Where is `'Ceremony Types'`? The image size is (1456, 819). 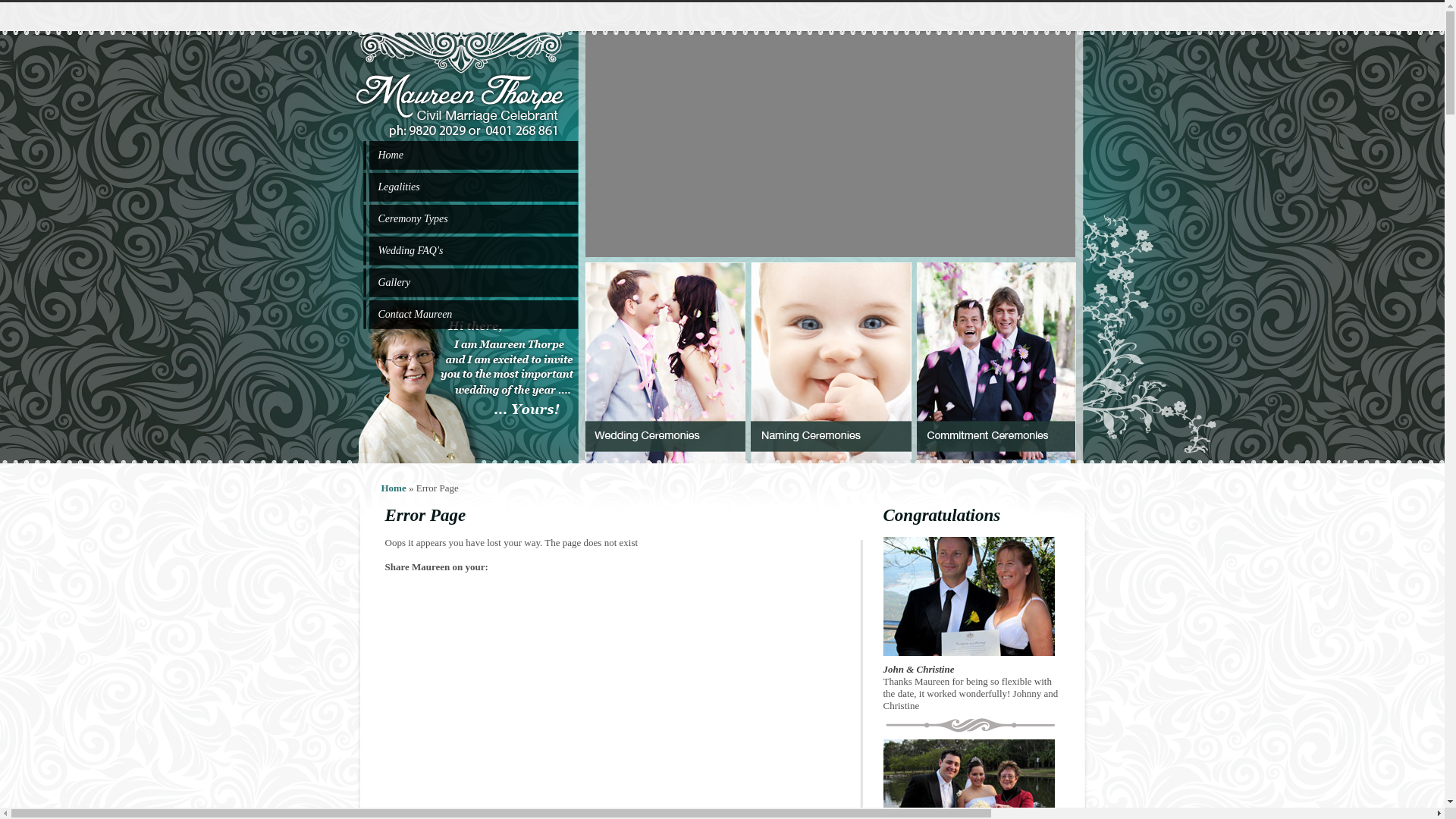
'Ceremony Types' is located at coordinates (412, 218).